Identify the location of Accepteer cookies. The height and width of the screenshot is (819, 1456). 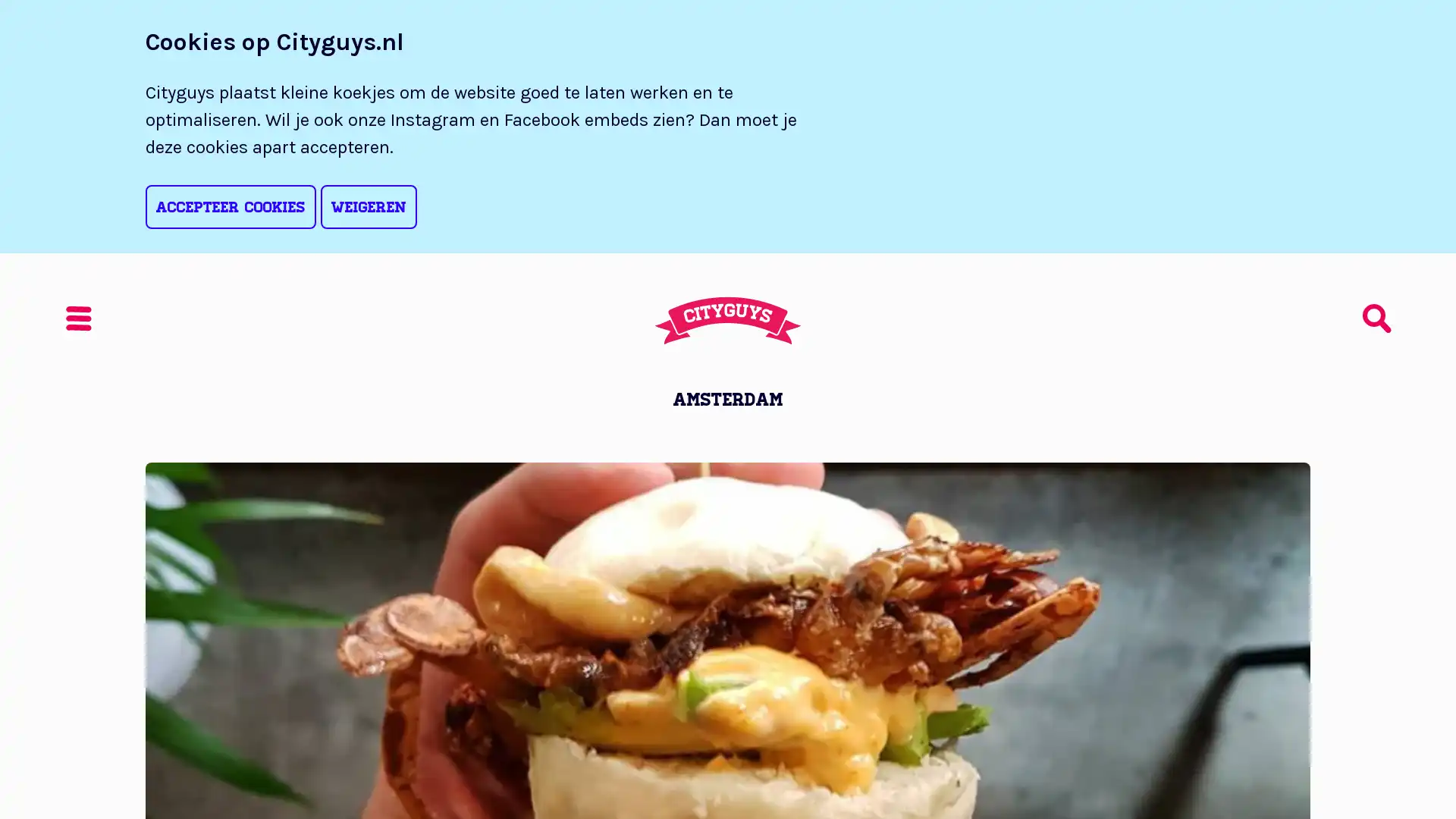
(230, 207).